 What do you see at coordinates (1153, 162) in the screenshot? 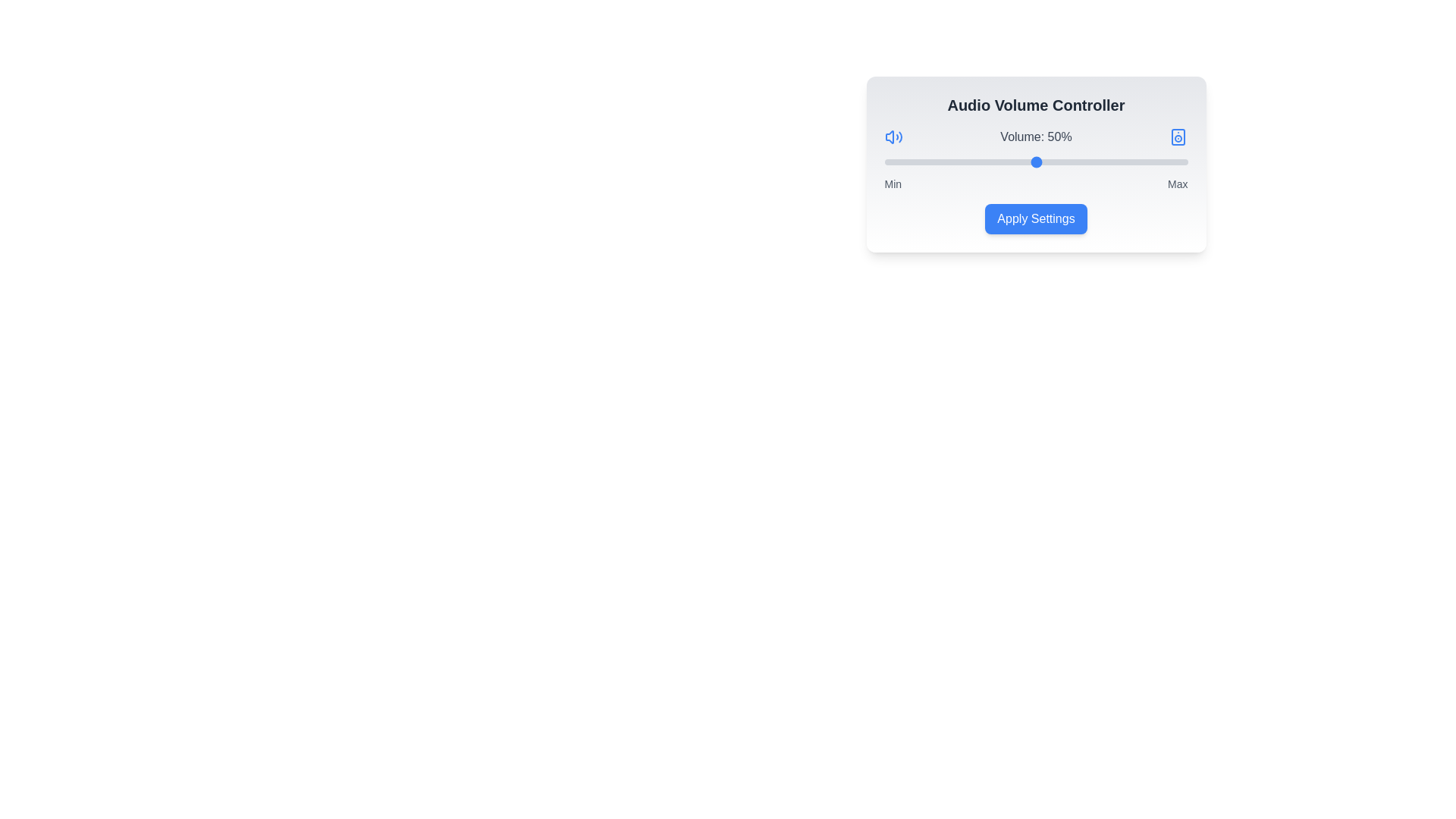
I see `the slider to set the volume to 89%` at bounding box center [1153, 162].